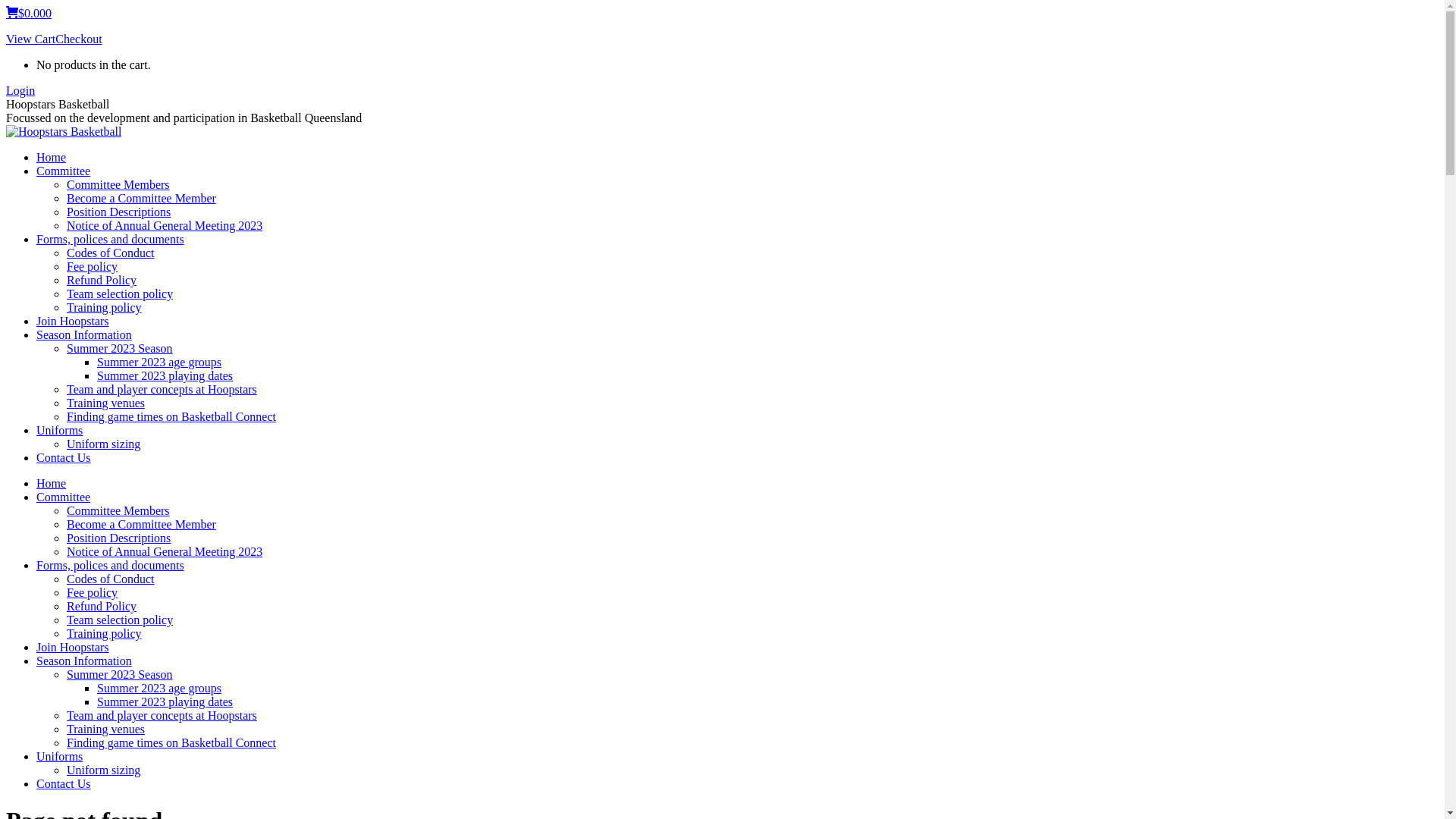 This screenshot has height=819, width=1456. I want to click on 'Team selection policy', so click(119, 620).